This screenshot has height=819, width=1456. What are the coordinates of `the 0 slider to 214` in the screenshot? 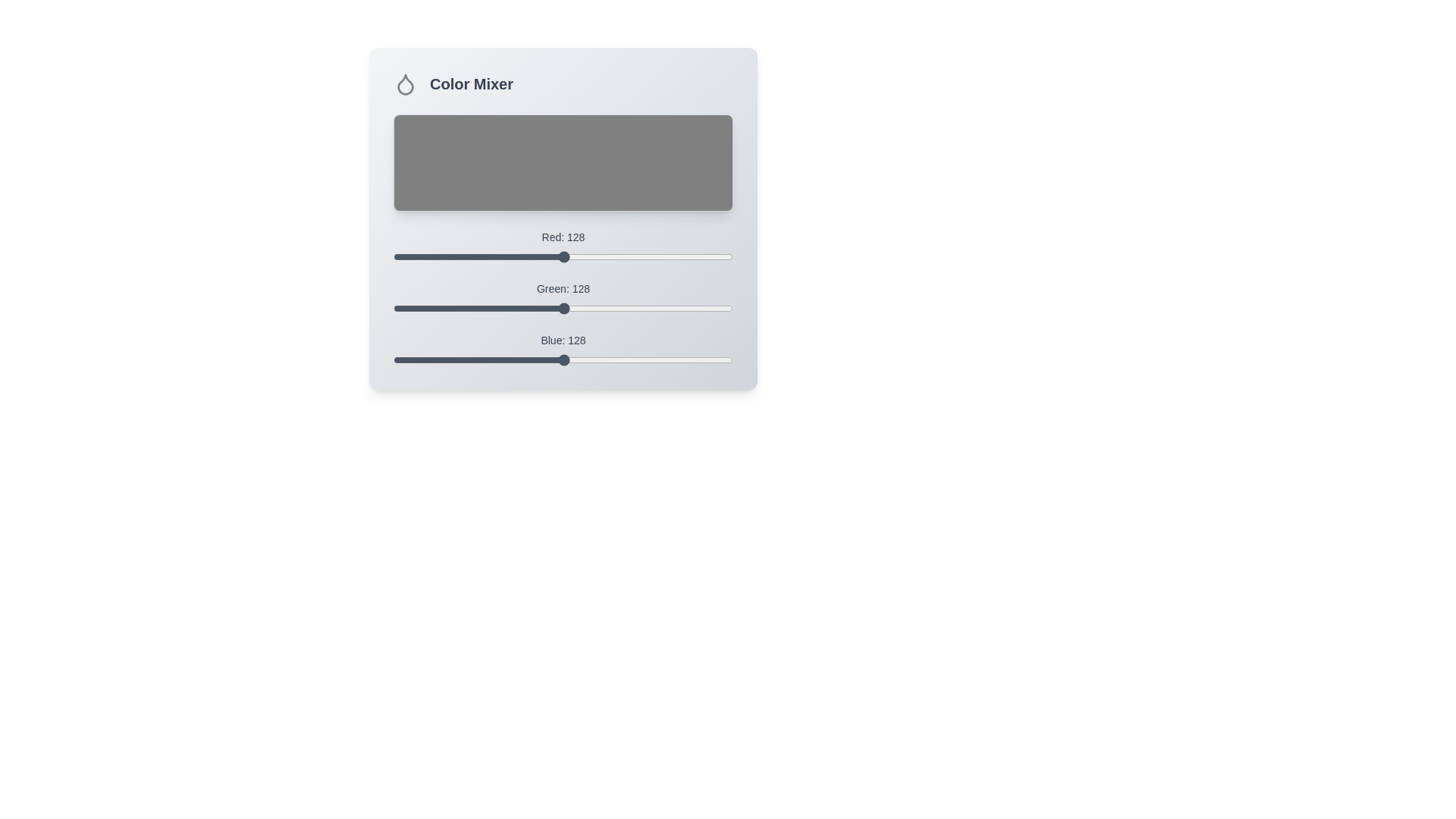 It's located at (677, 250).